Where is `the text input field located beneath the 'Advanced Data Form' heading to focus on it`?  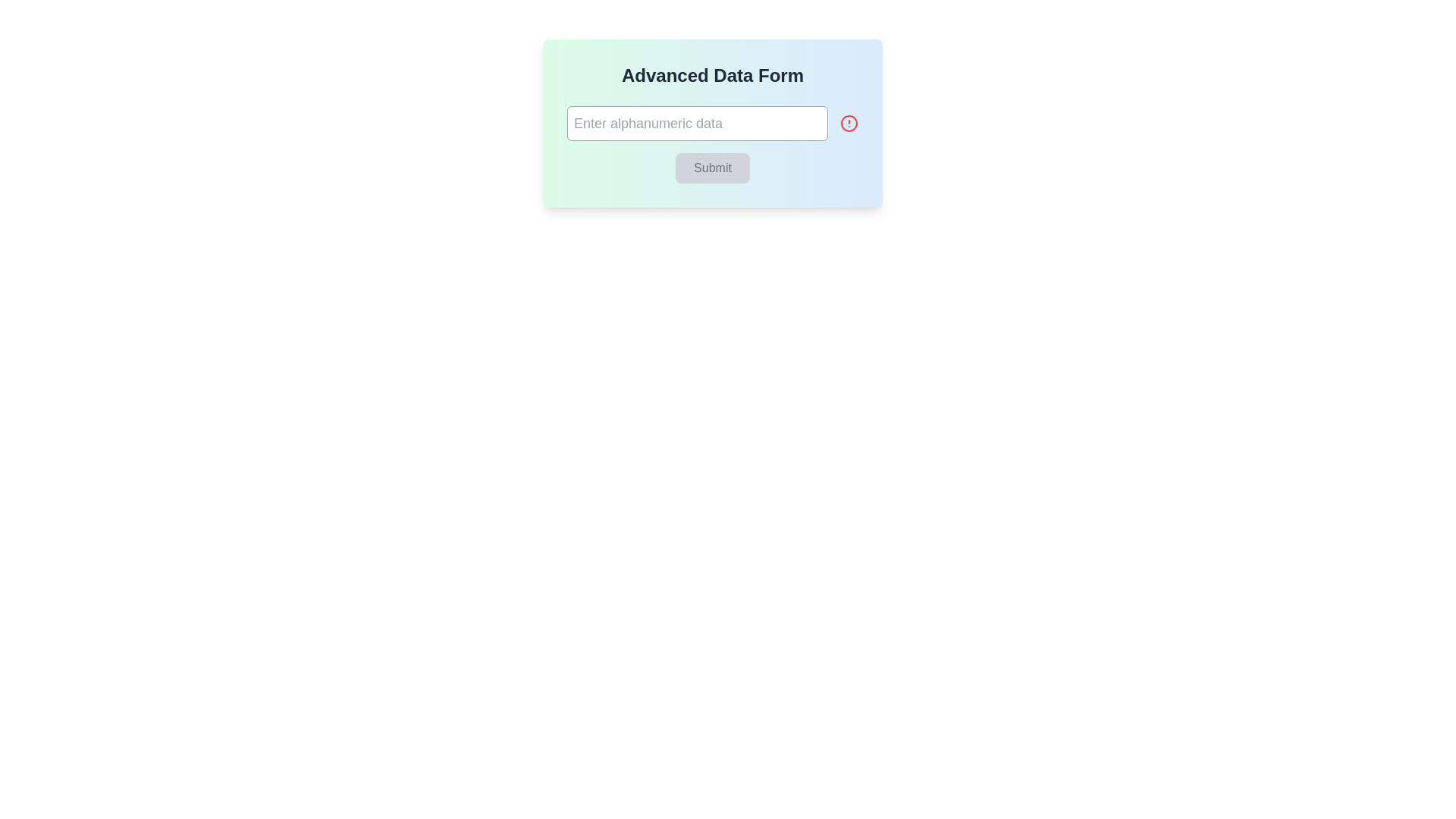 the text input field located beneath the 'Advanced Data Form' heading to focus on it is located at coordinates (697, 122).